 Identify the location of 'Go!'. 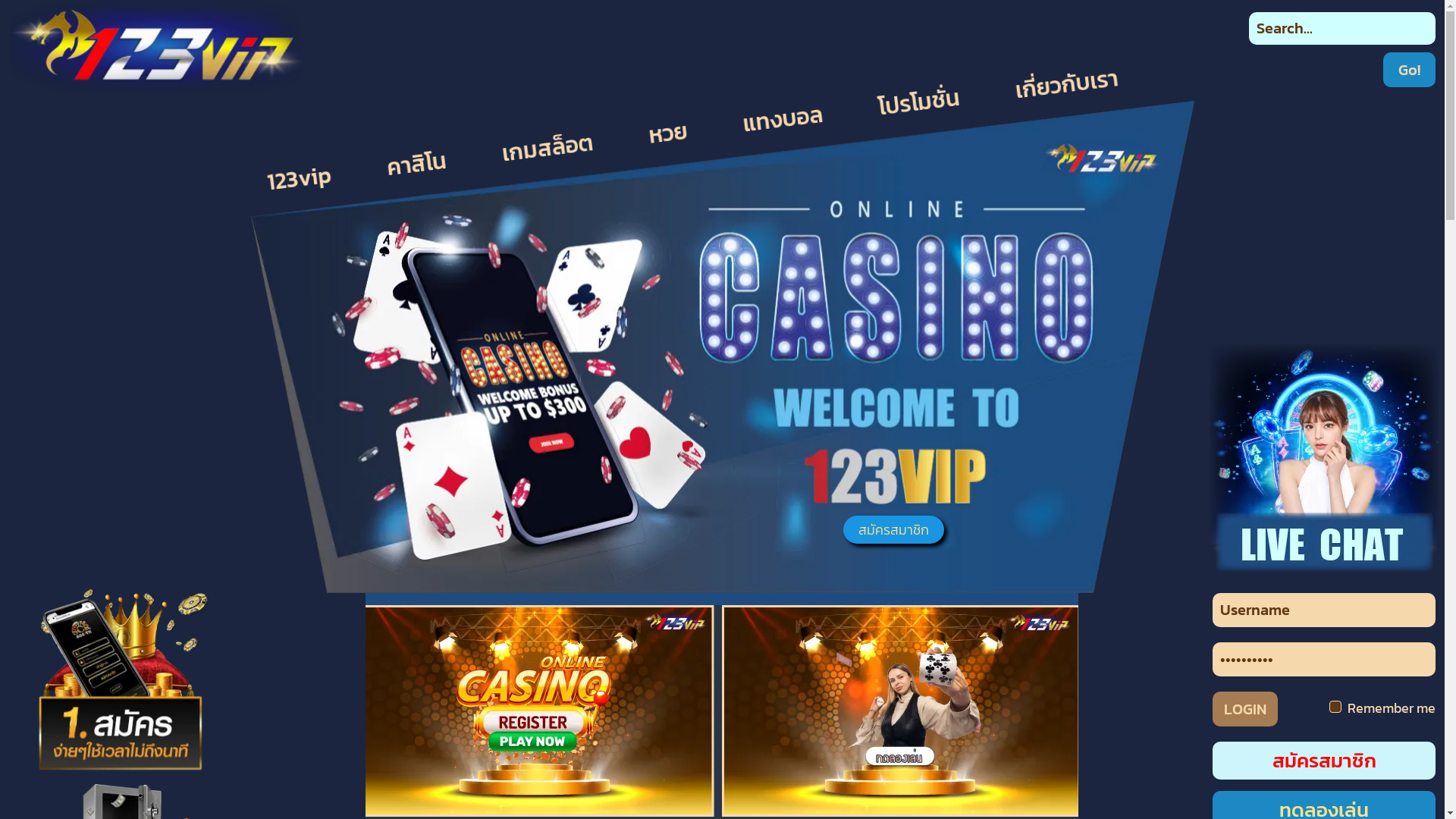
(1408, 70).